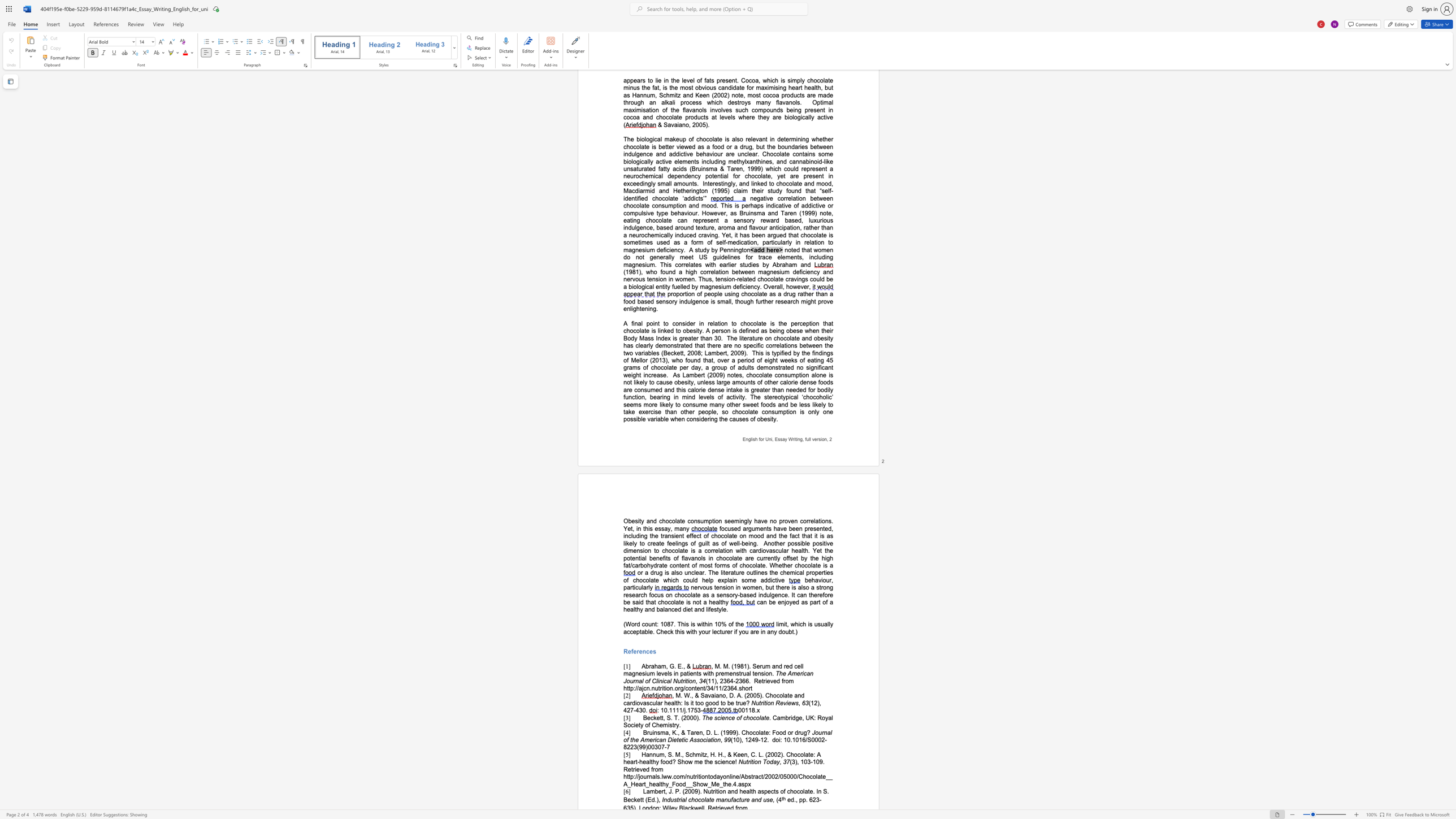 Image resolution: width=1456 pixels, height=819 pixels. I want to click on the subset text "223(99)0030" within the text "doi: 10.1016/S0002-8223(99)00307-7", so click(626, 747).